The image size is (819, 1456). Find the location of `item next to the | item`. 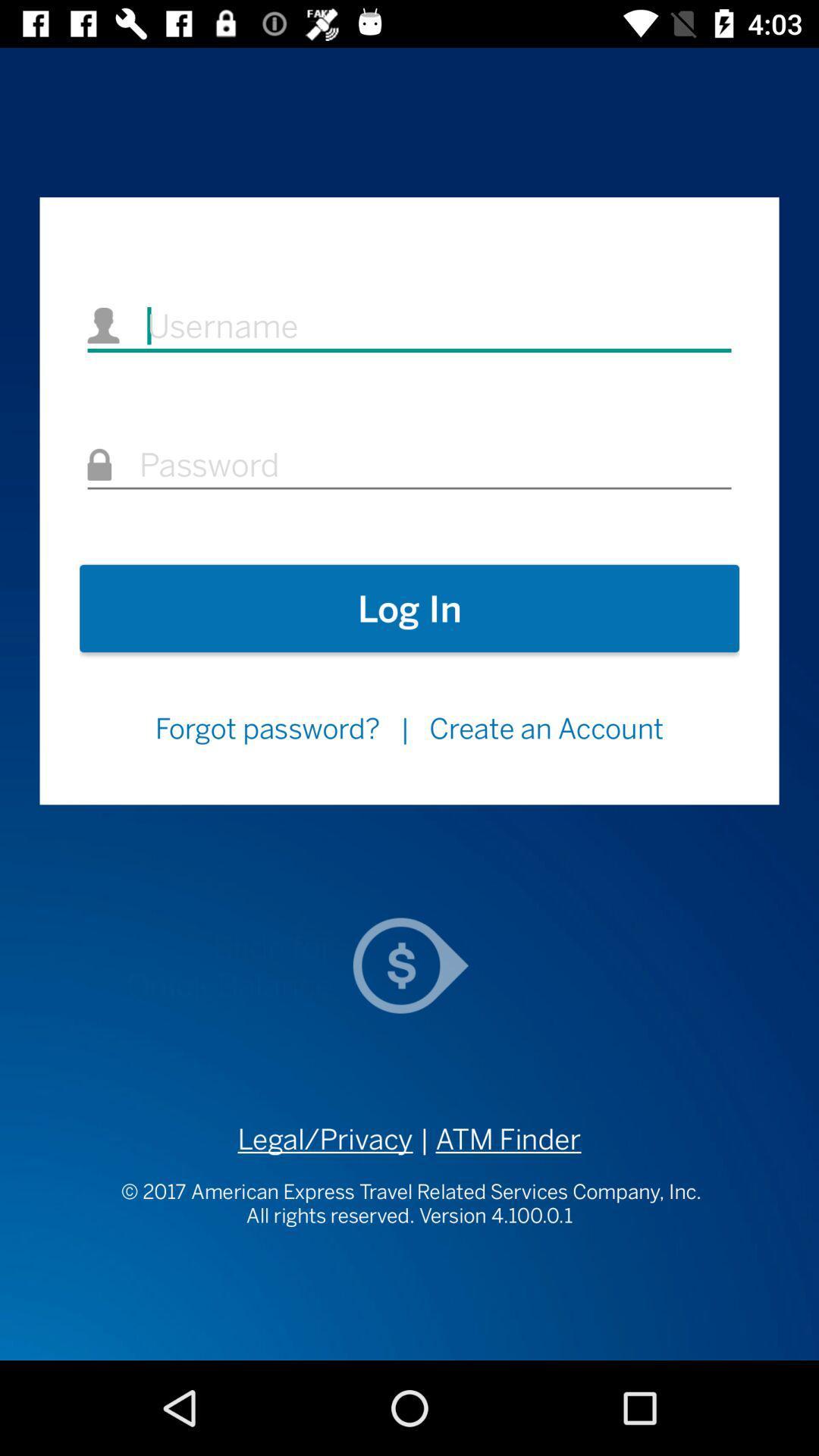

item next to the | item is located at coordinates (547, 728).